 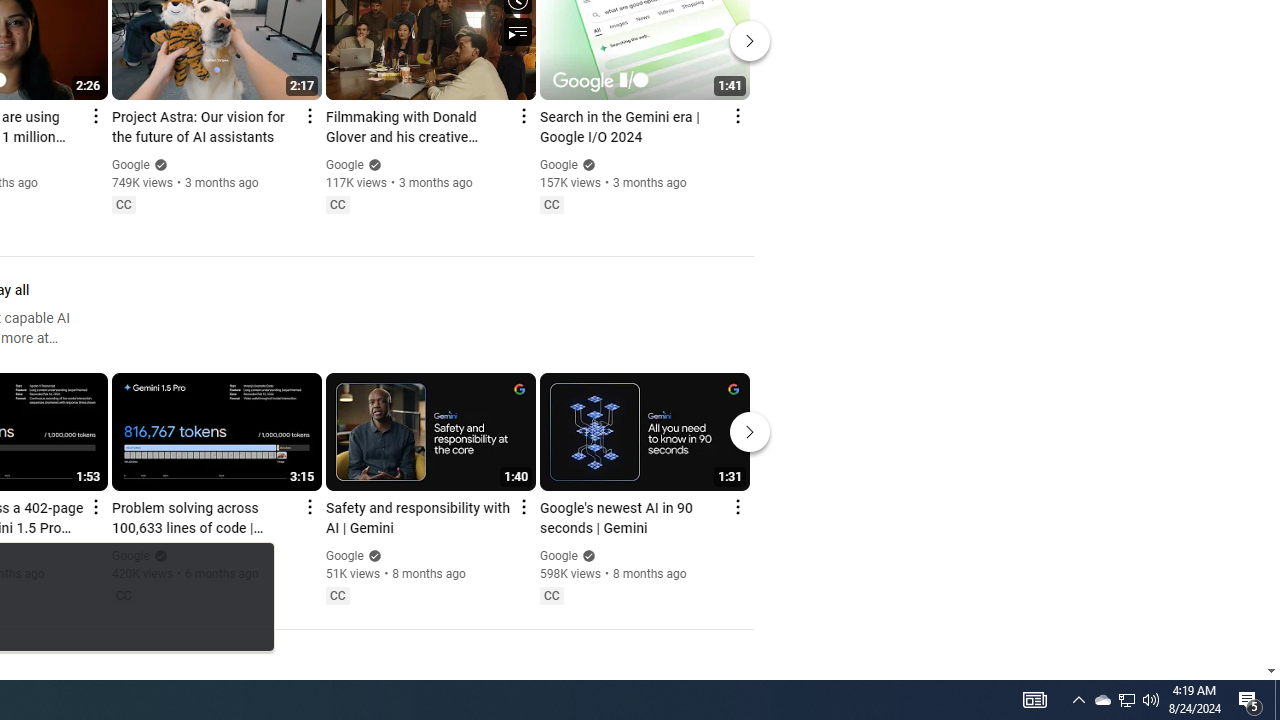 I want to click on 'Next', so click(x=749, y=431).